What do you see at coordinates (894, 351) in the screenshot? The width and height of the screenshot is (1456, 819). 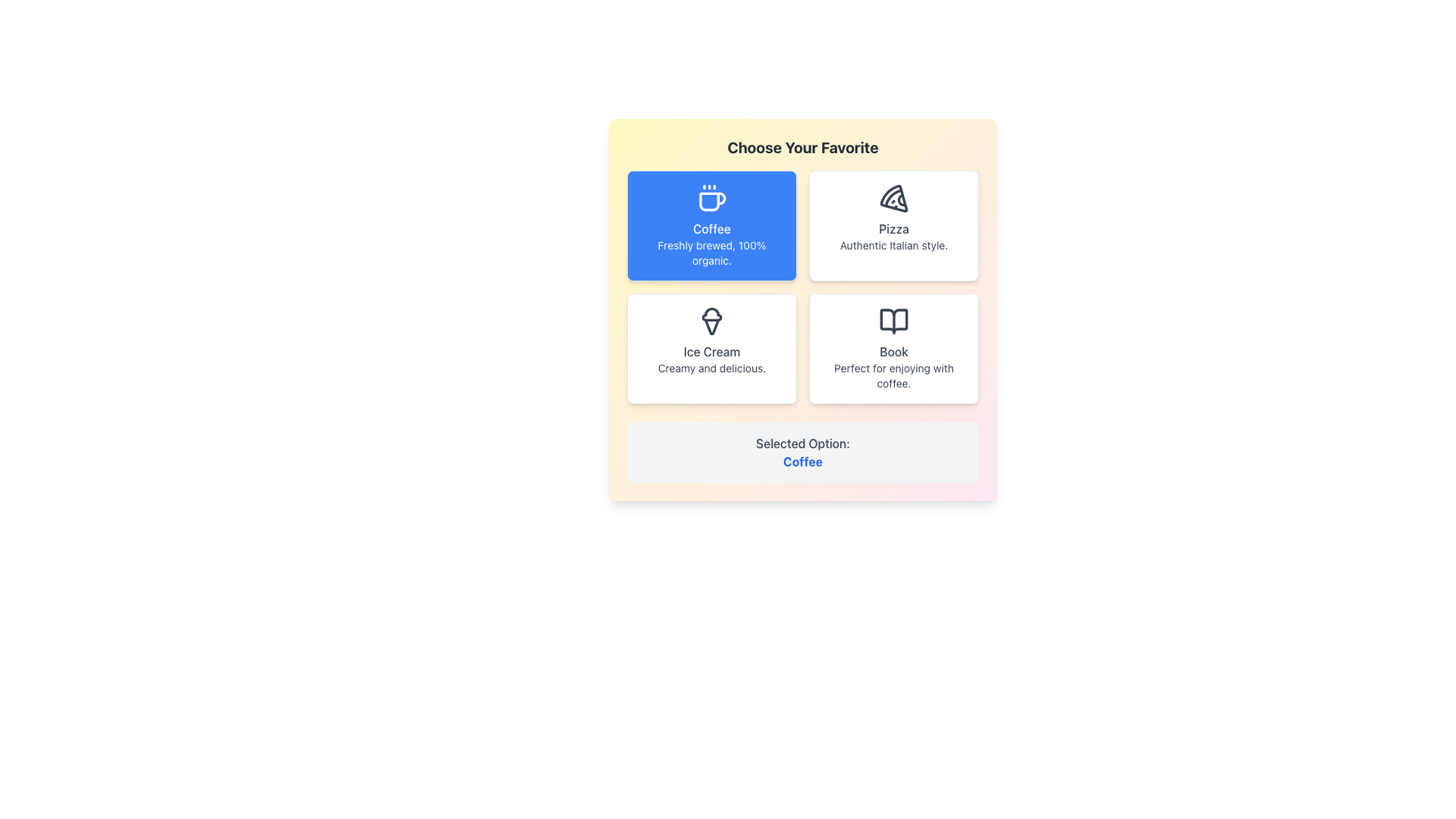 I see `textual label displaying the word 'Book', which is styled in a darker color and located below an open book icon in the bottom-right card of a grid layout` at bounding box center [894, 351].